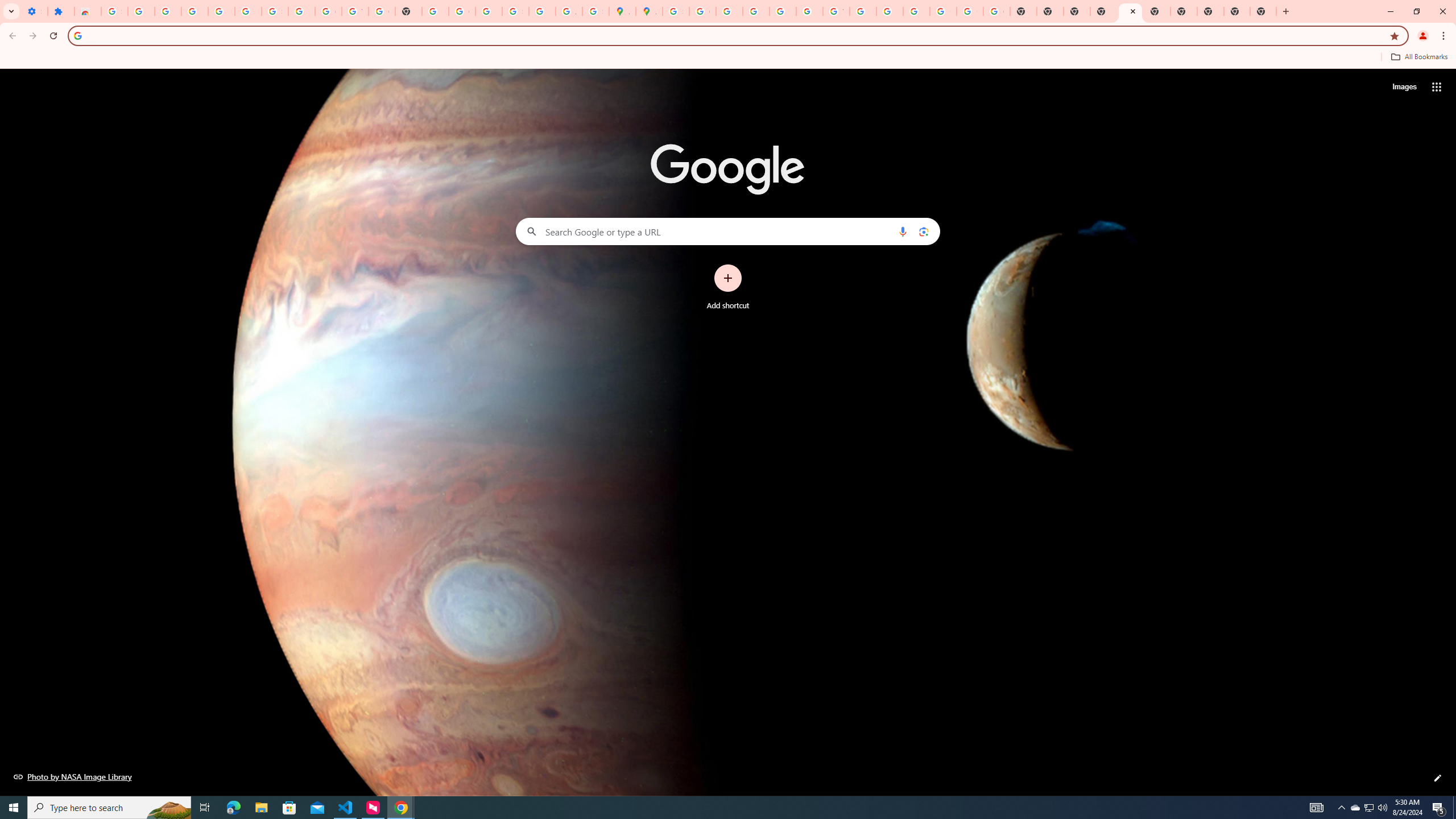  Describe the element at coordinates (1210, 11) in the screenshot. I see `'New Tab'` at that location.